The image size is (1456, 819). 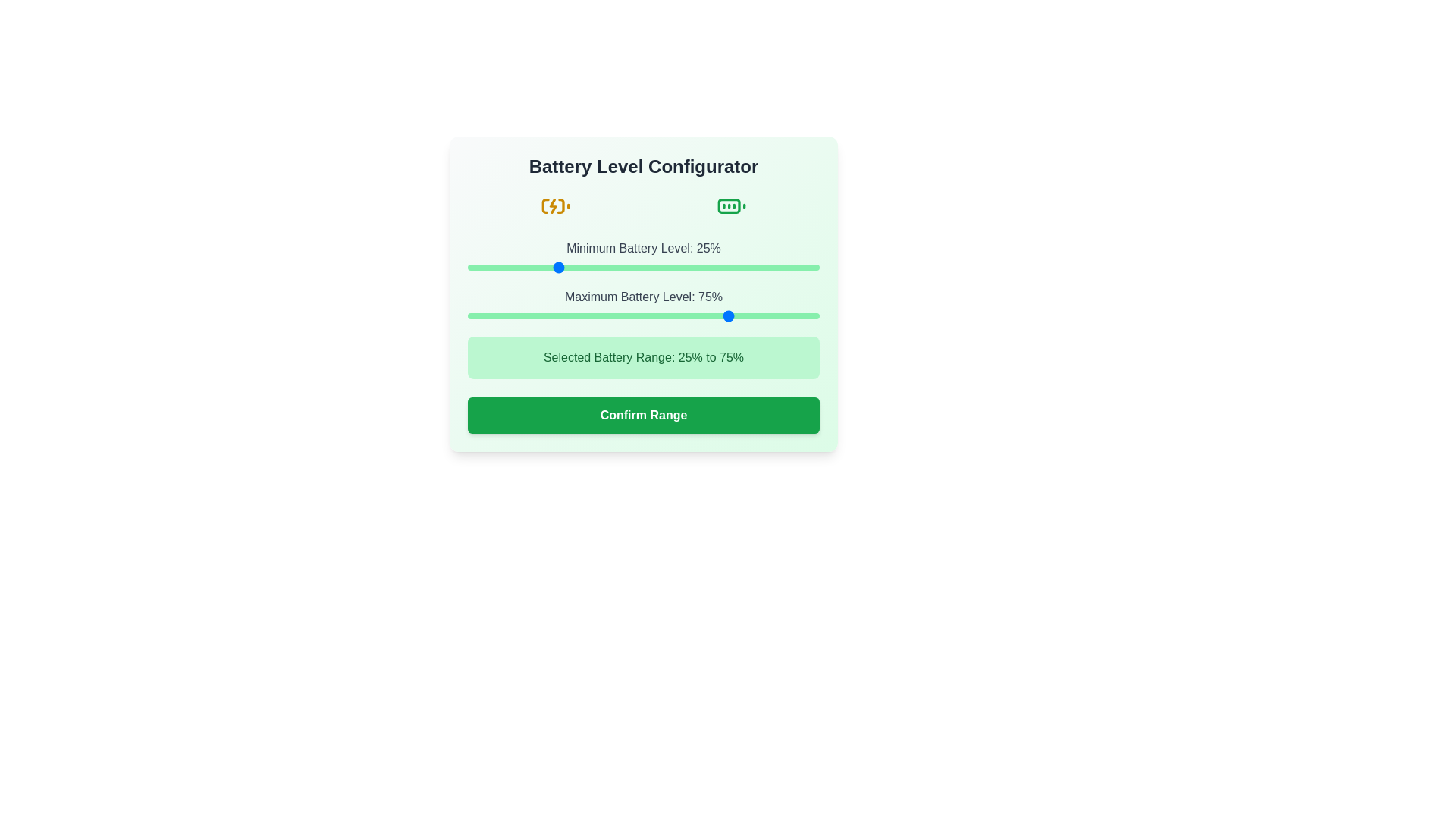 I want to click on the maximum battery level, so click(x=604, y=315).